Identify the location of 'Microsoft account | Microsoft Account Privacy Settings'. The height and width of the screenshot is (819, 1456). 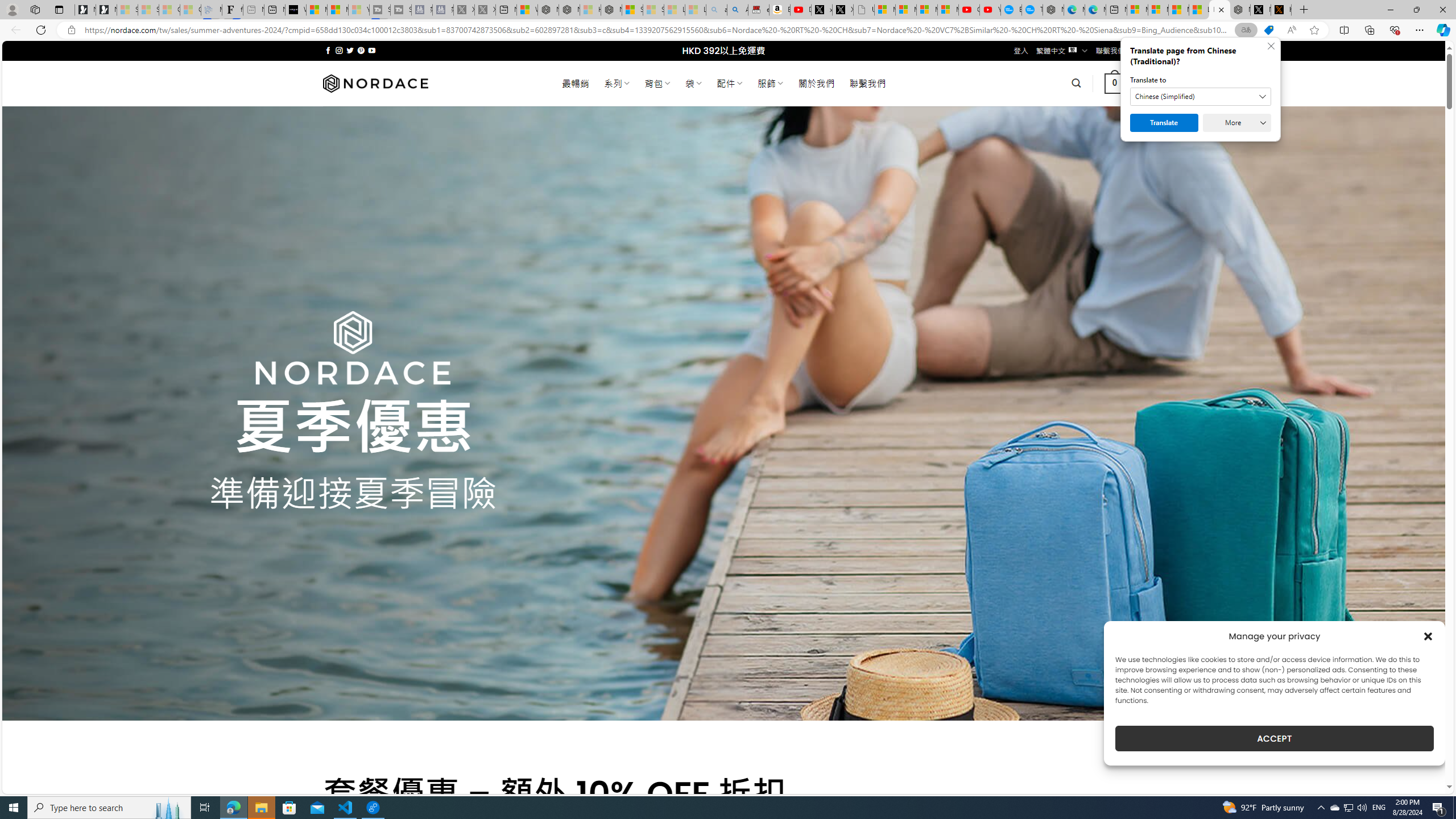
(1137, 9).